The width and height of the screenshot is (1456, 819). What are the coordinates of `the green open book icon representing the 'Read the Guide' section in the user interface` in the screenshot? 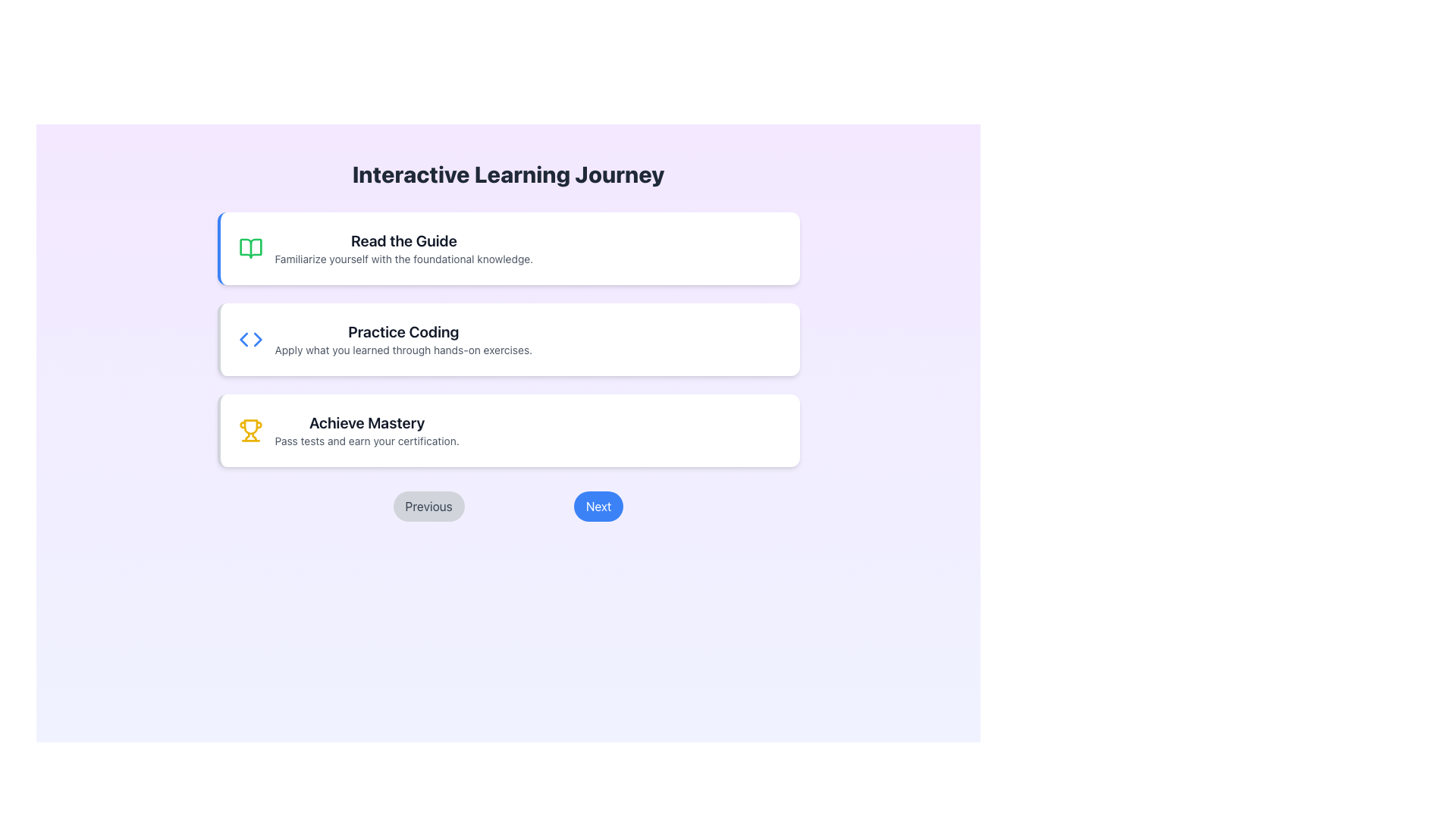 It's located at (250, 247).